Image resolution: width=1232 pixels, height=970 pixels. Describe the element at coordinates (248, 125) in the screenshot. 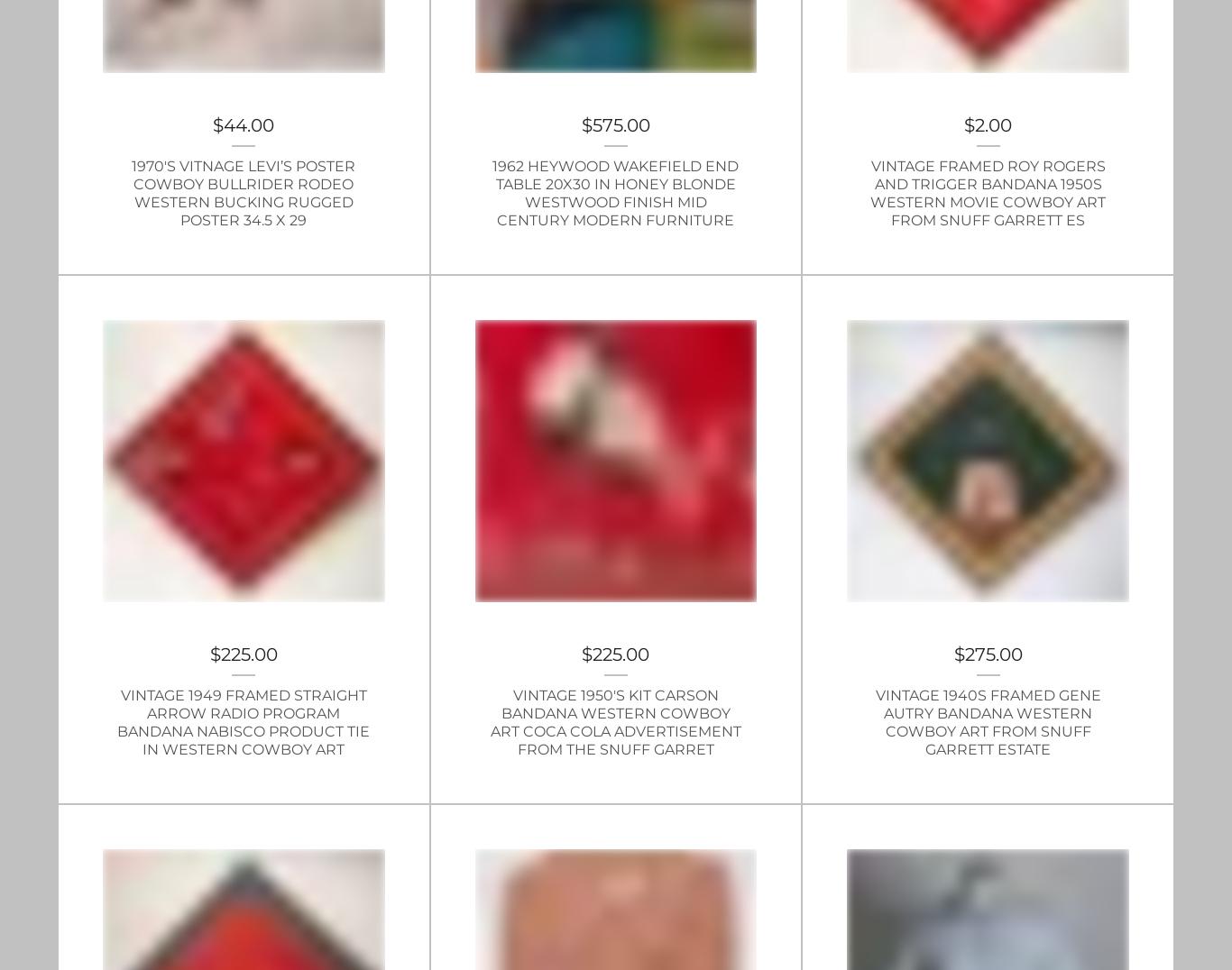

I see `'44.00'` at that location.